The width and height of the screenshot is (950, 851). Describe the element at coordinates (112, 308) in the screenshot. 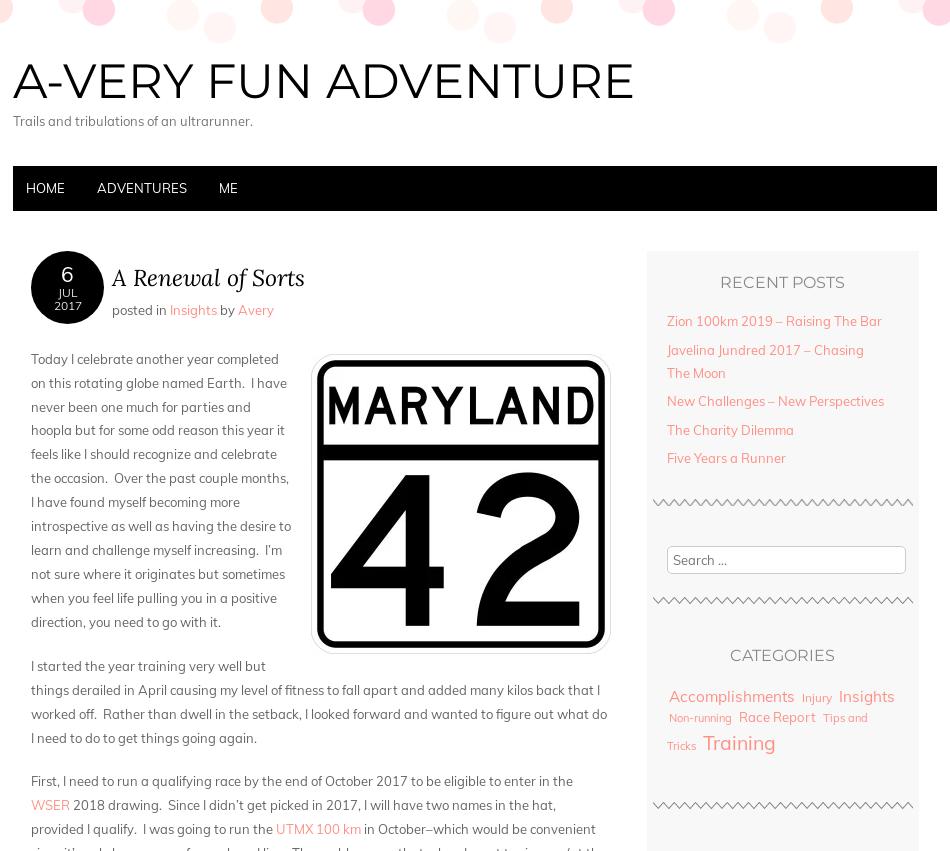

I see `'Posted in'` at that location.